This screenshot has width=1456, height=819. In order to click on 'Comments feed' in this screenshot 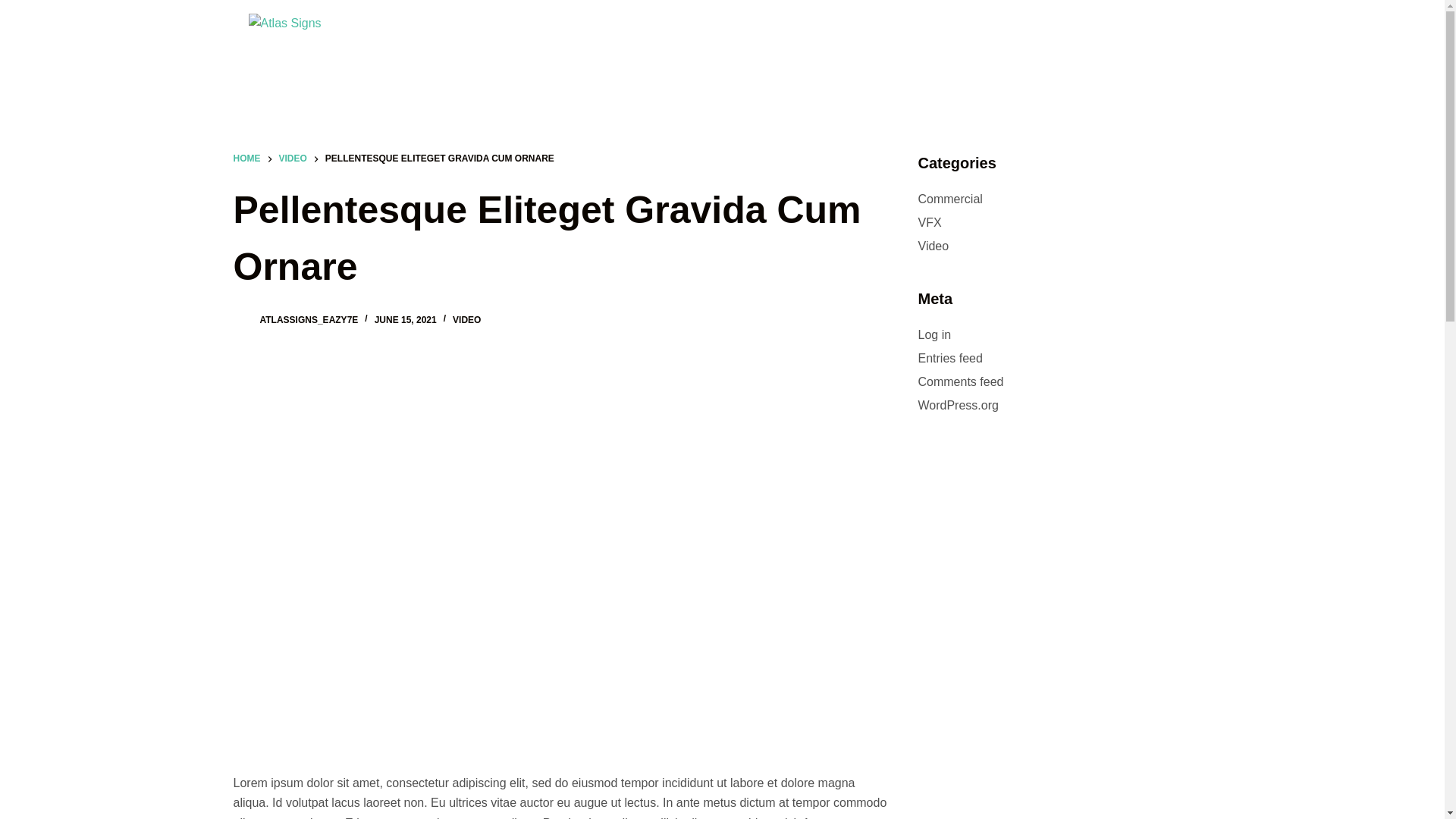, I will do `click(959, 381)`.